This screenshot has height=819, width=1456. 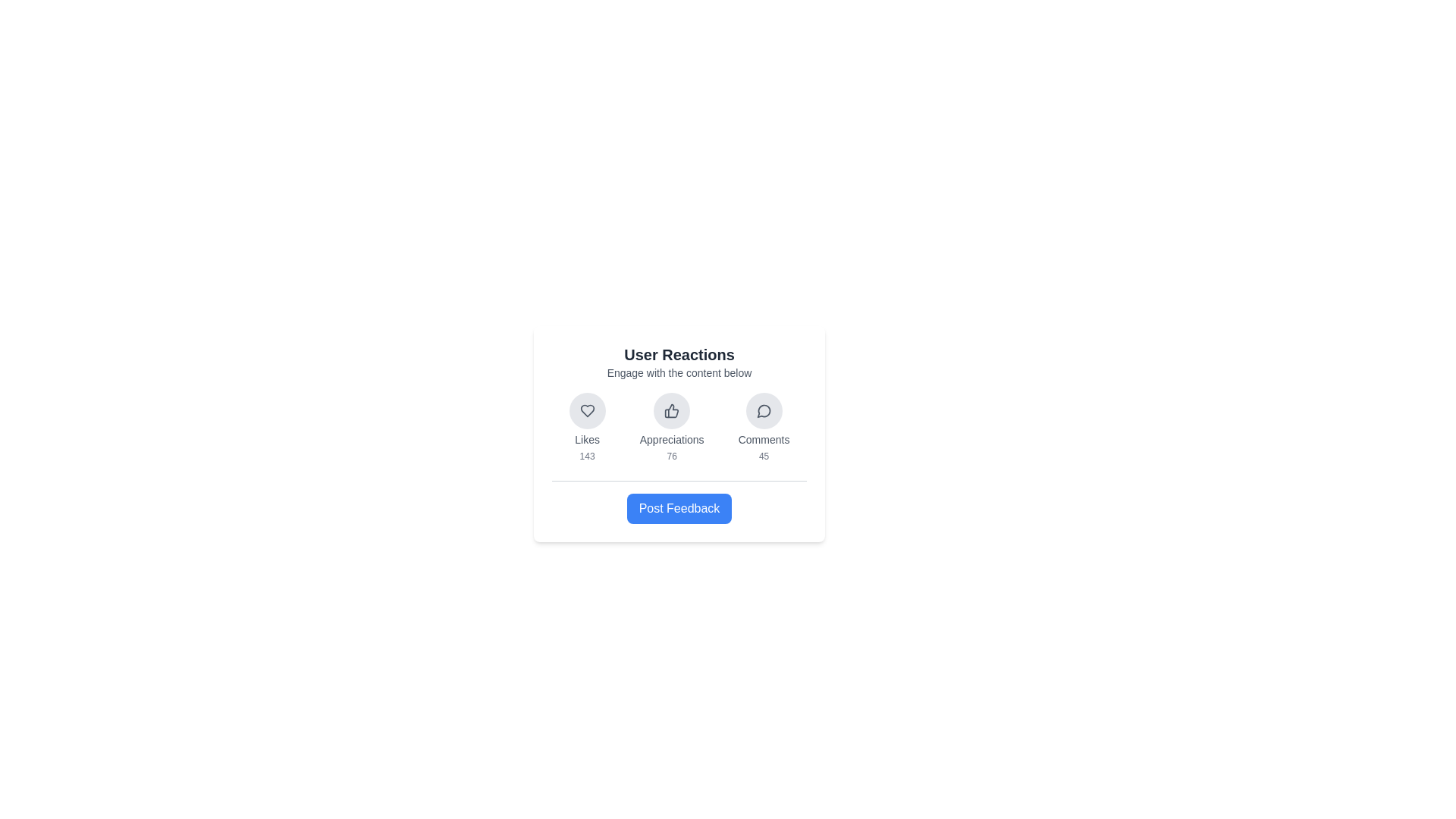 I want to click on the numeric value label showing the count of appreciations, located directly below the thumbs-up icon and the text label 'Appreciations', so click(x=671, y=455).